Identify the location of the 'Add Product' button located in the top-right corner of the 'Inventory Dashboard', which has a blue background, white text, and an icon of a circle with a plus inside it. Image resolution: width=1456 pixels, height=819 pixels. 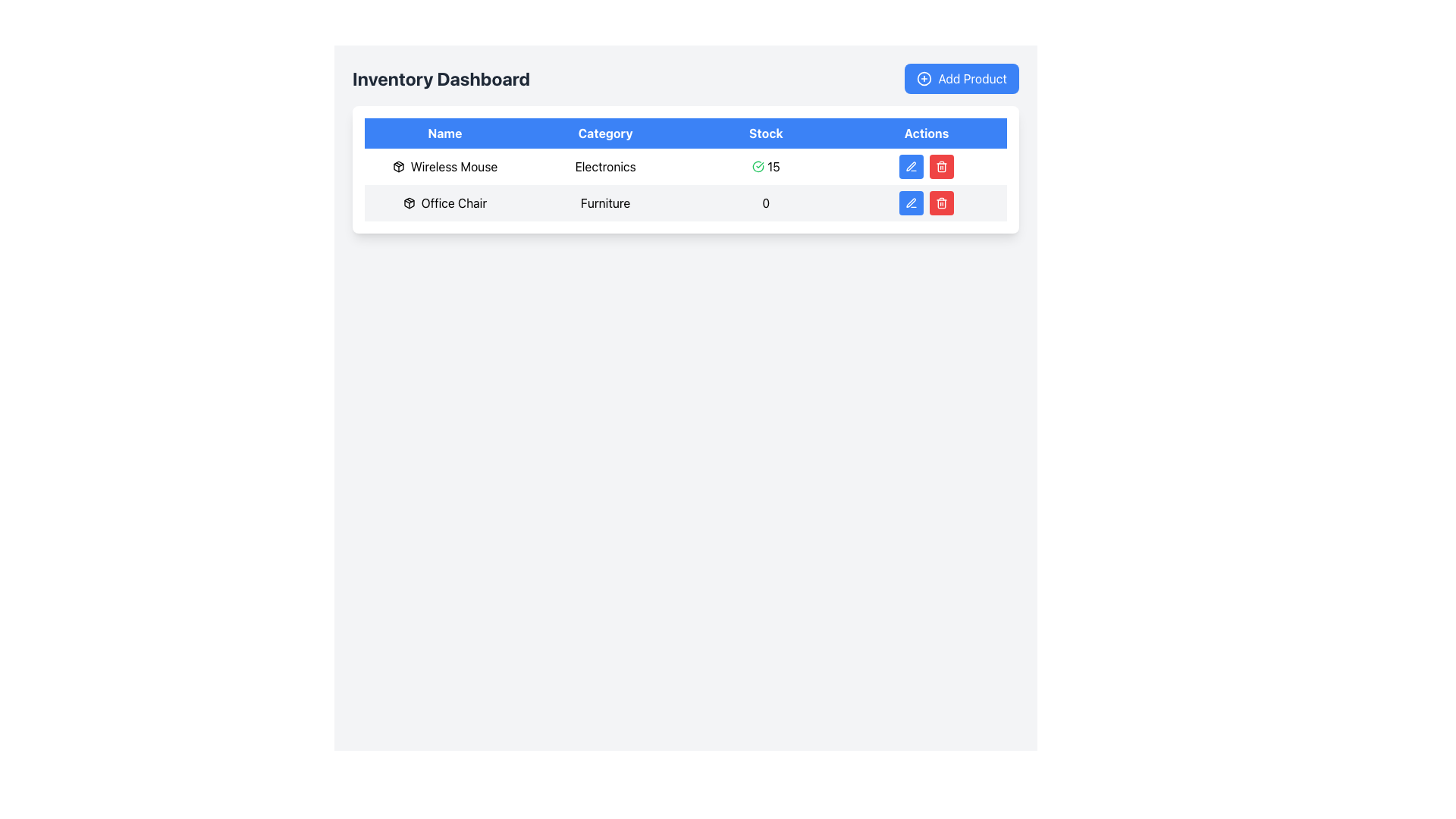
(961, 79).